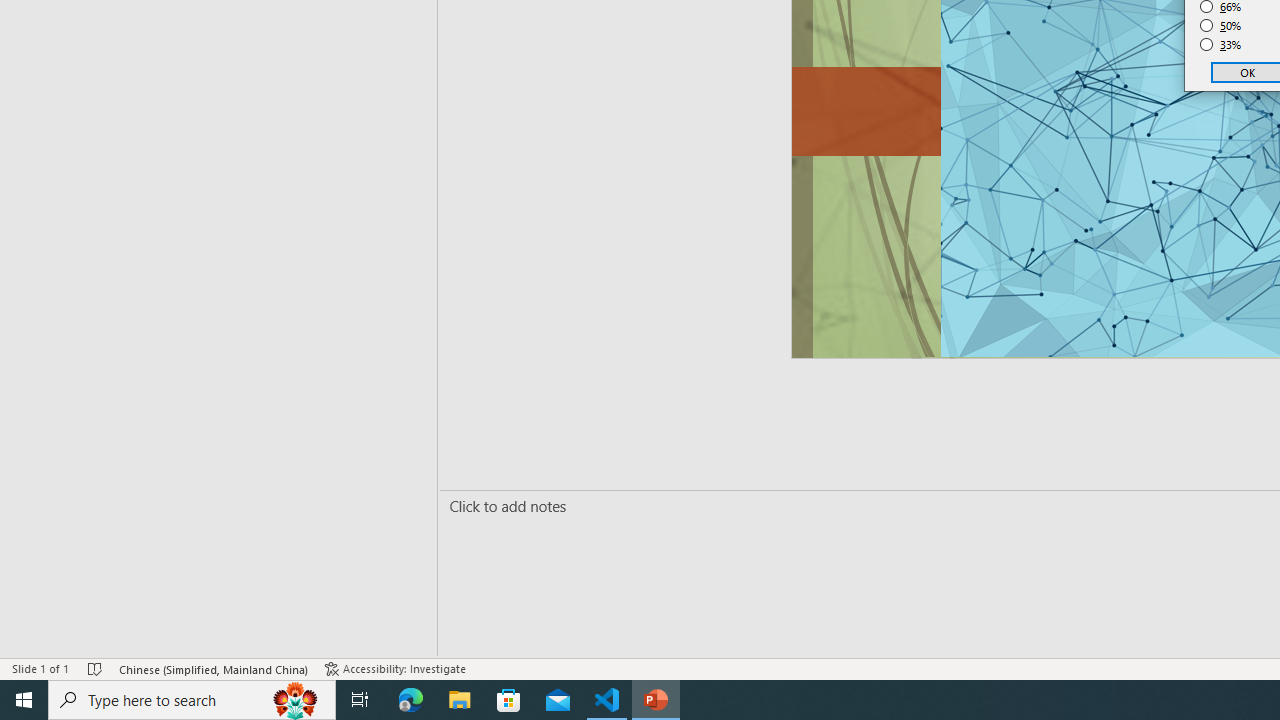 This screenshot has height=720, width=1280. What do you see at coordinates (1220, 25) in the screenshot?
I see `'50%'` at bounding box center [1220, 25].